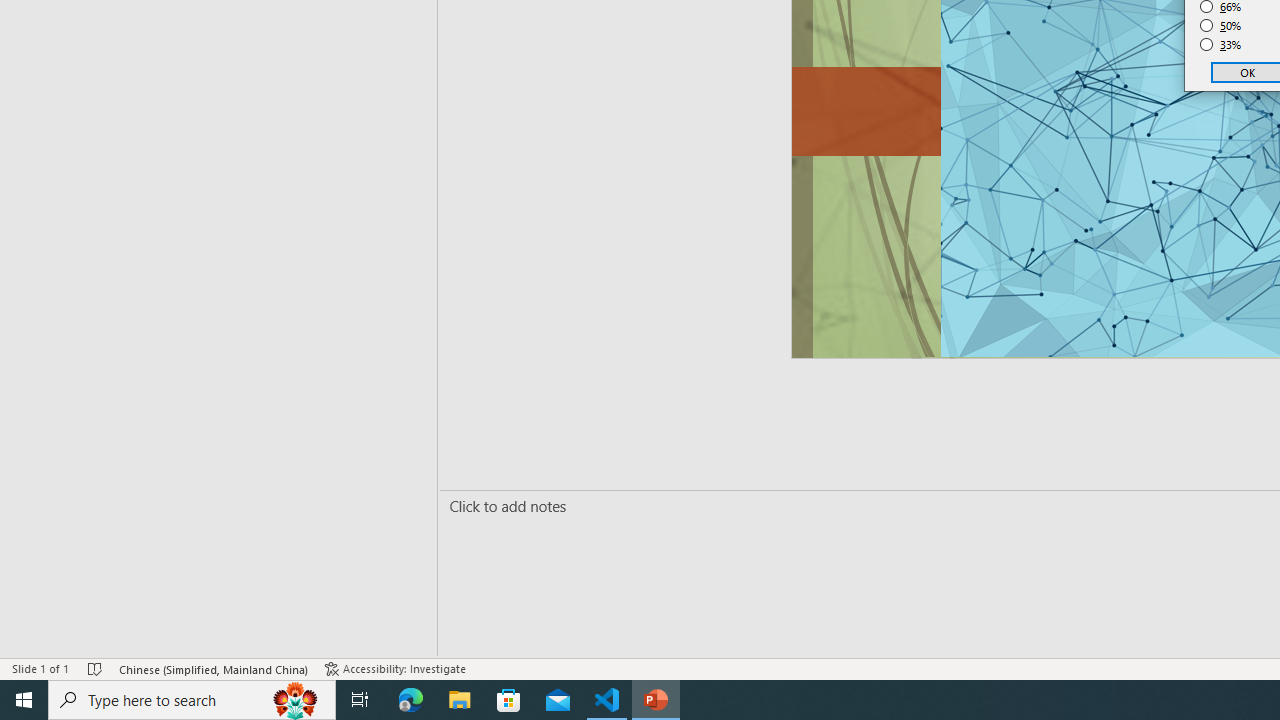 This screenshot has height=720, width=1280. What do you see at coordinates (1220, 25) in the screenshot?
I see `'50%'` at bounding box center [1220, 25].